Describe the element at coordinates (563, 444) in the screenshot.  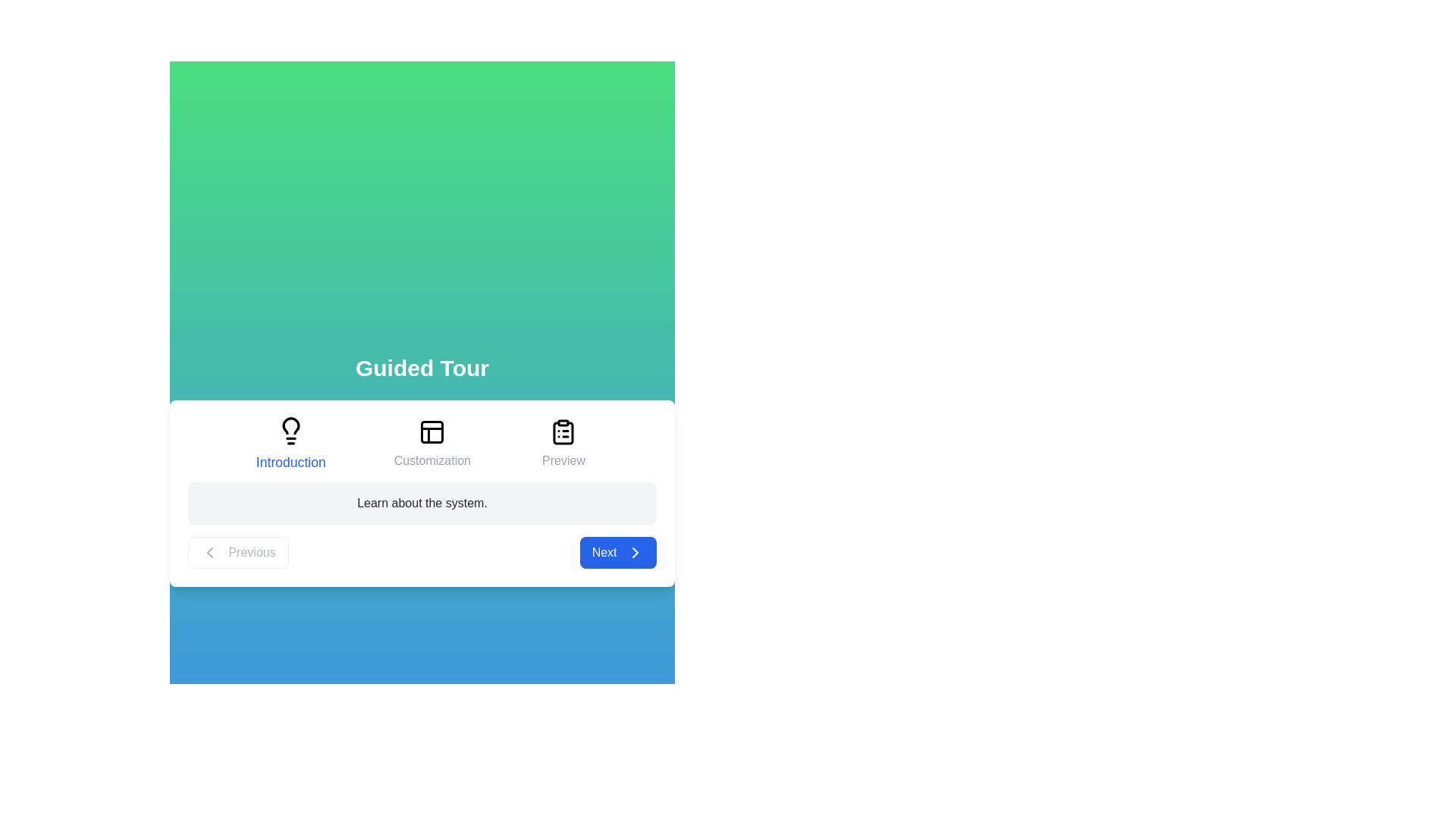
I see `the title or icon of the step Preview to navigate to it` at that location.